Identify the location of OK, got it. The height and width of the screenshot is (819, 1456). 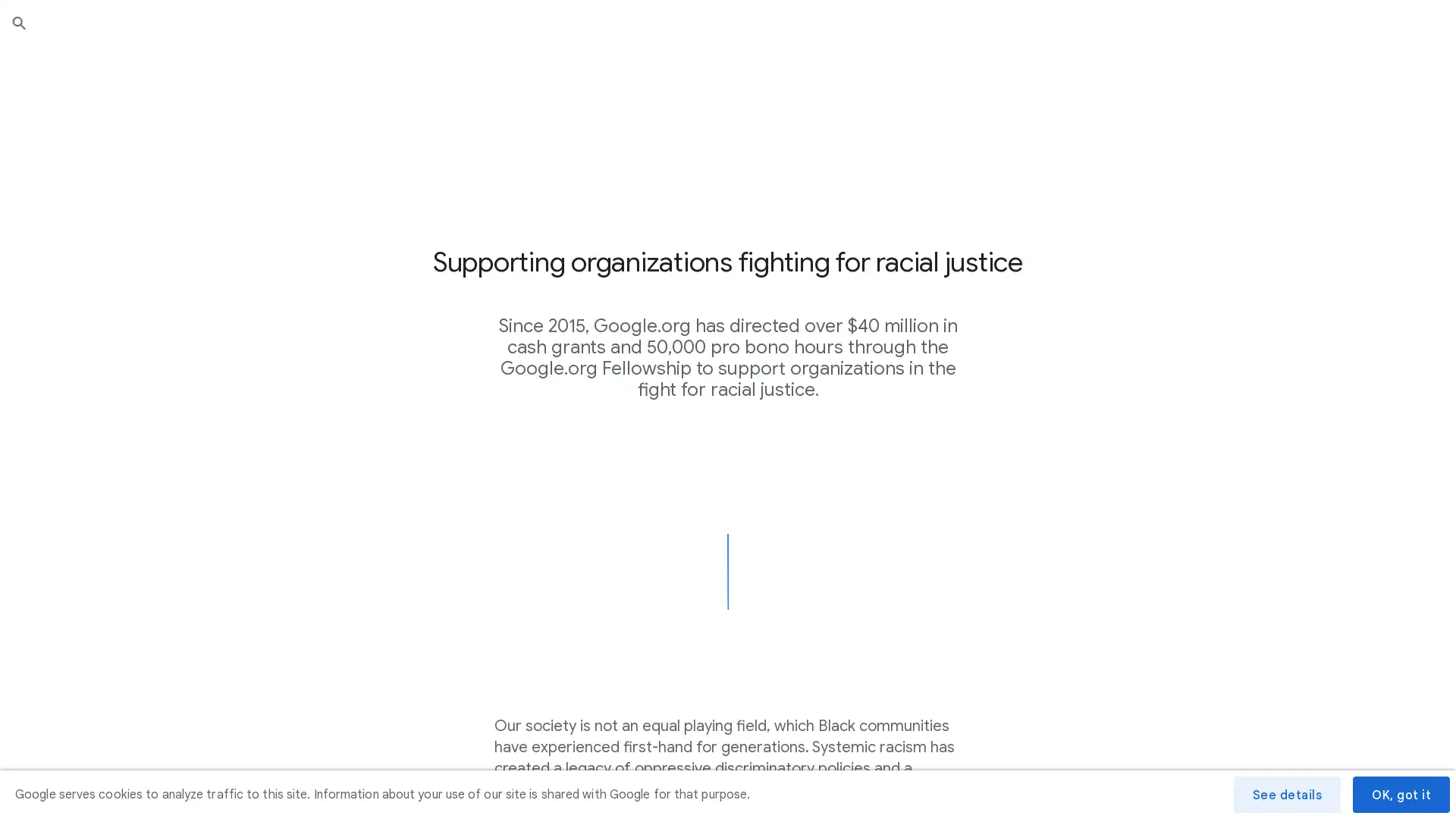
(1401, 794).